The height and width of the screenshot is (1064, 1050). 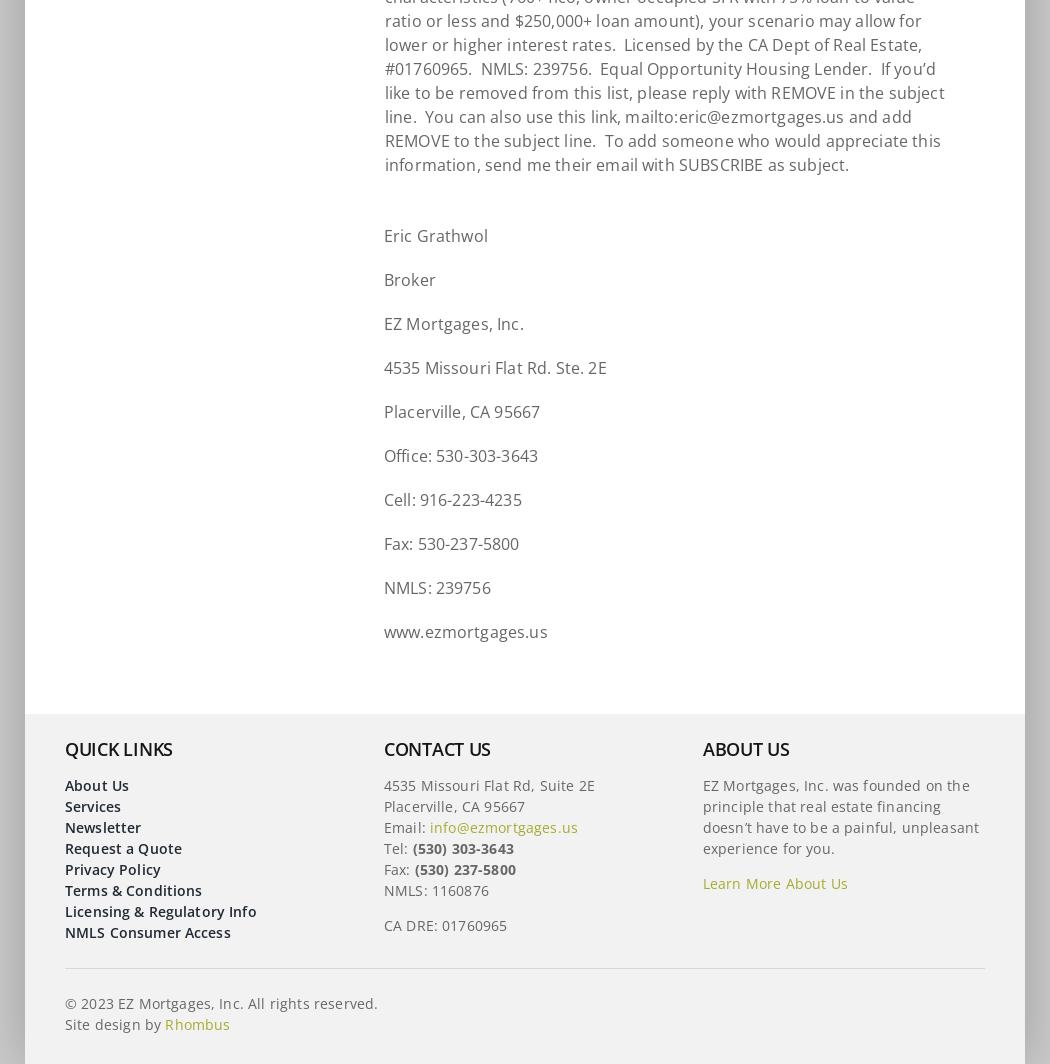 I want to click on 'EZ Mortgages, Inc. was founded on the principle that real estate financing doesn’t have to be a painful, unpleasant experience for you.', so click(x=702, y=817).